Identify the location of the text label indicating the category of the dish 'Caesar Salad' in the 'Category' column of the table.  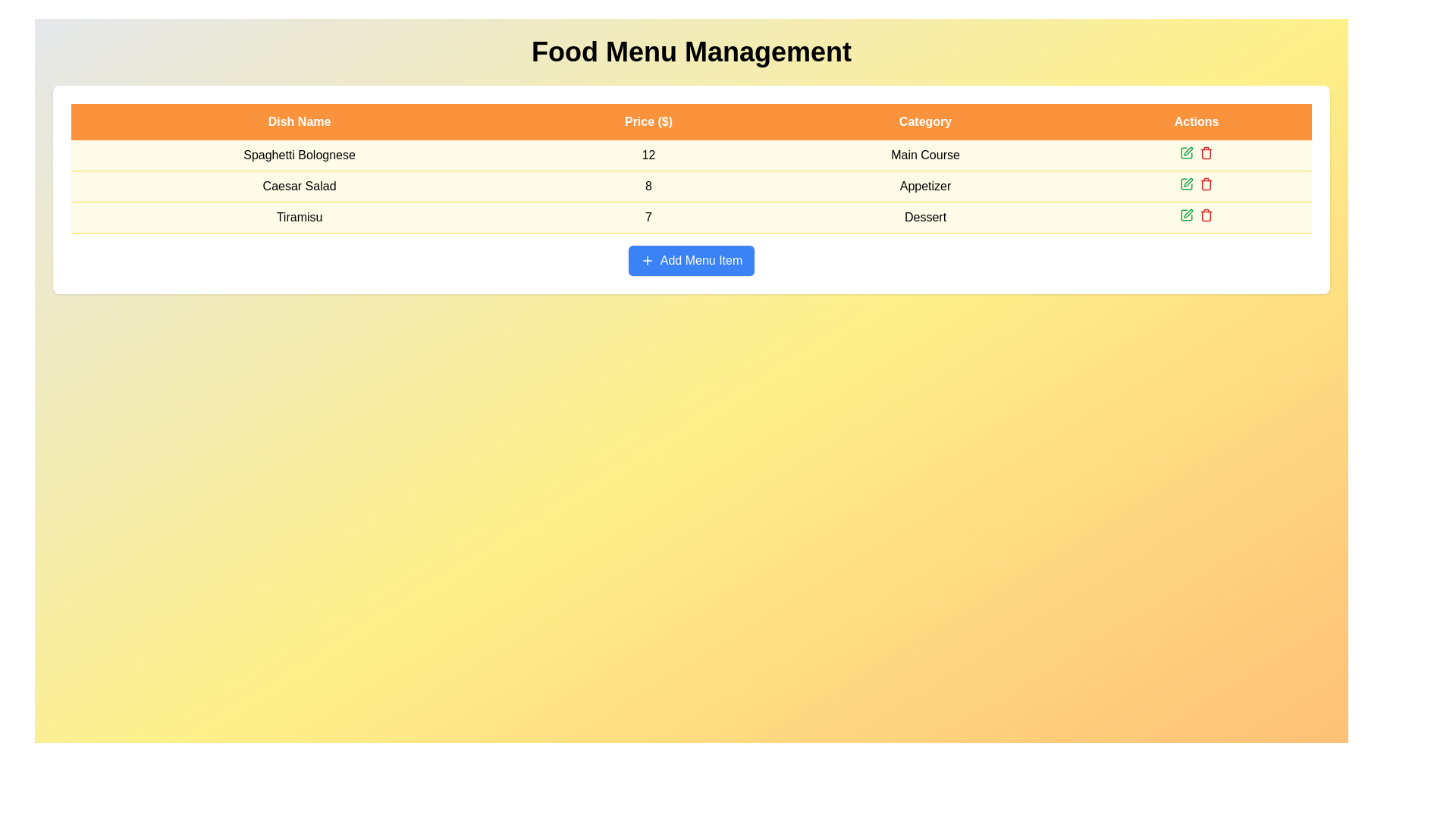
(924, 186).